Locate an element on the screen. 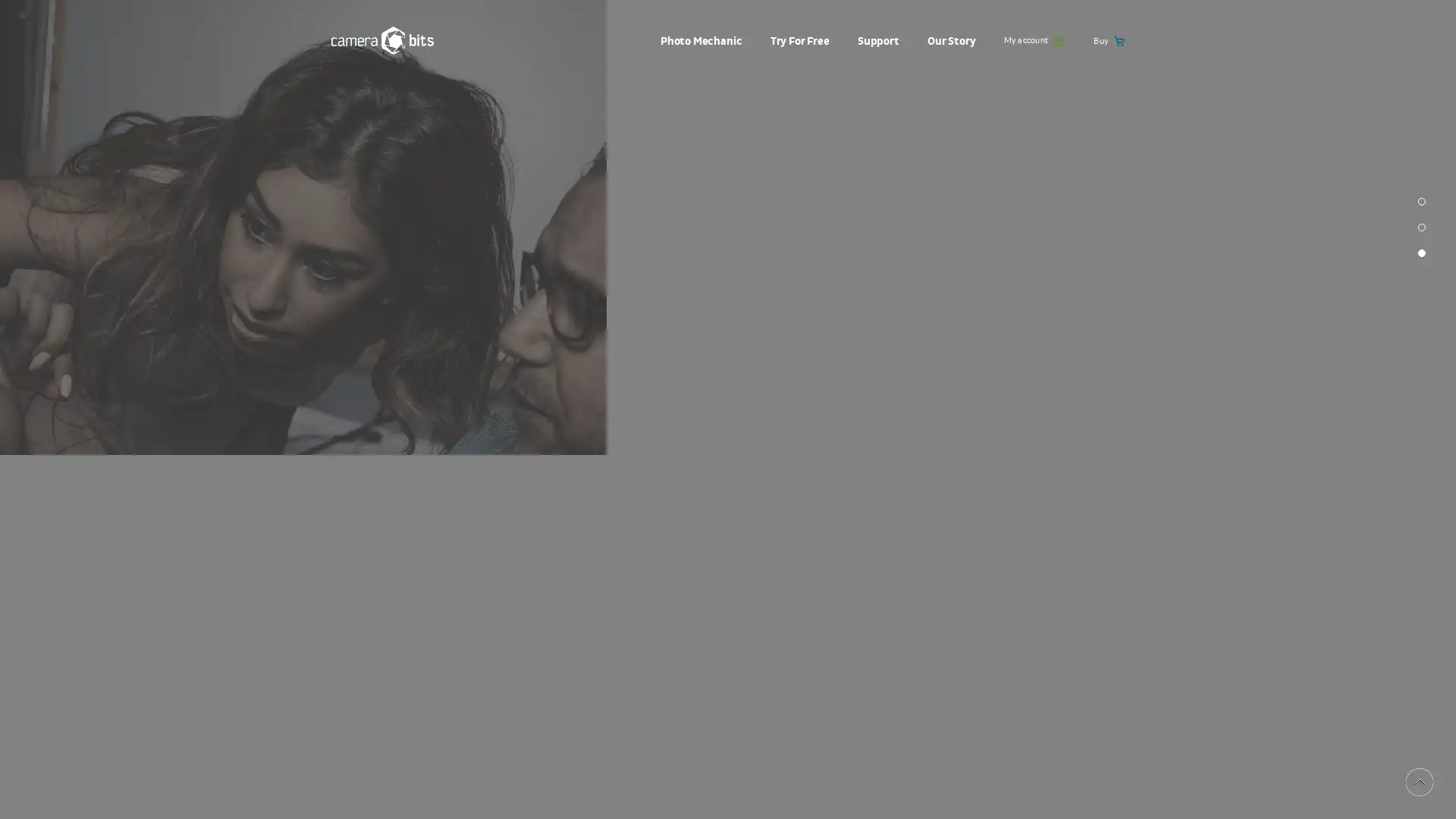  3 is located at coordinates (1421, 435).